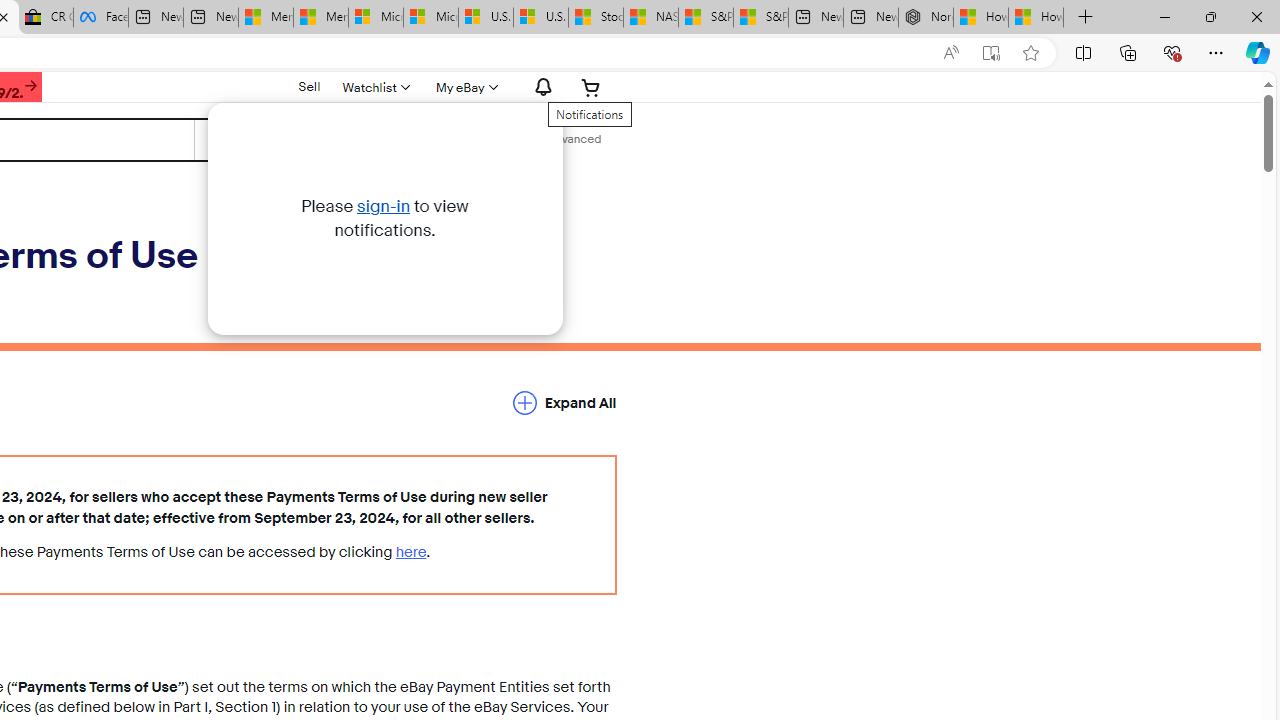 The height and width of the screenshot is (720, 1280). Describe the element at coordinates (991, 52) in the screenshot. I see `'Enter Immersive Reader (F9)'` at that location.